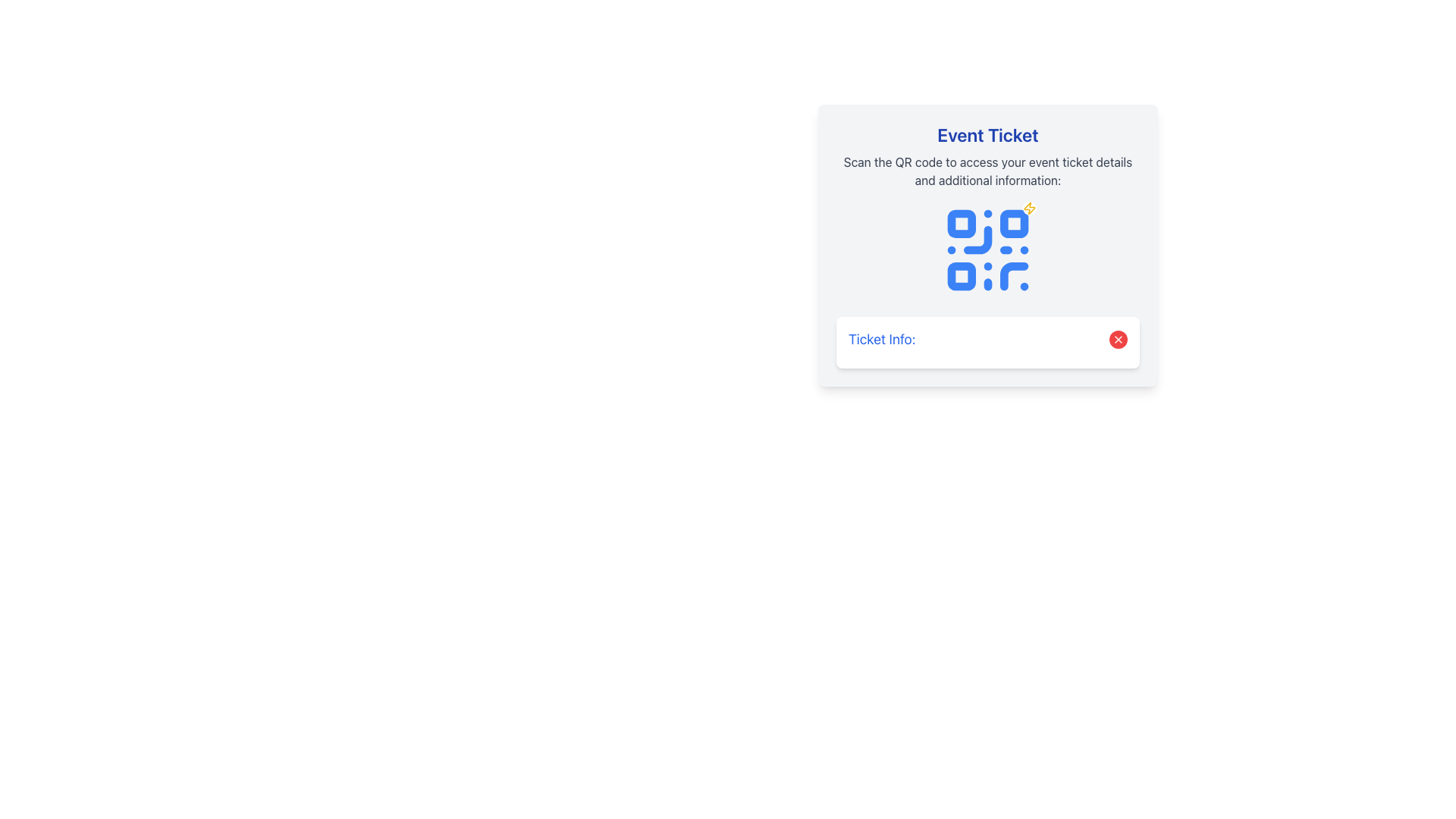  Describe the element at coordinates (1118, 338) in the screenshot. I see `the dismiss or close button located to the far-right of the 'Ticket Info:' text` at that location.